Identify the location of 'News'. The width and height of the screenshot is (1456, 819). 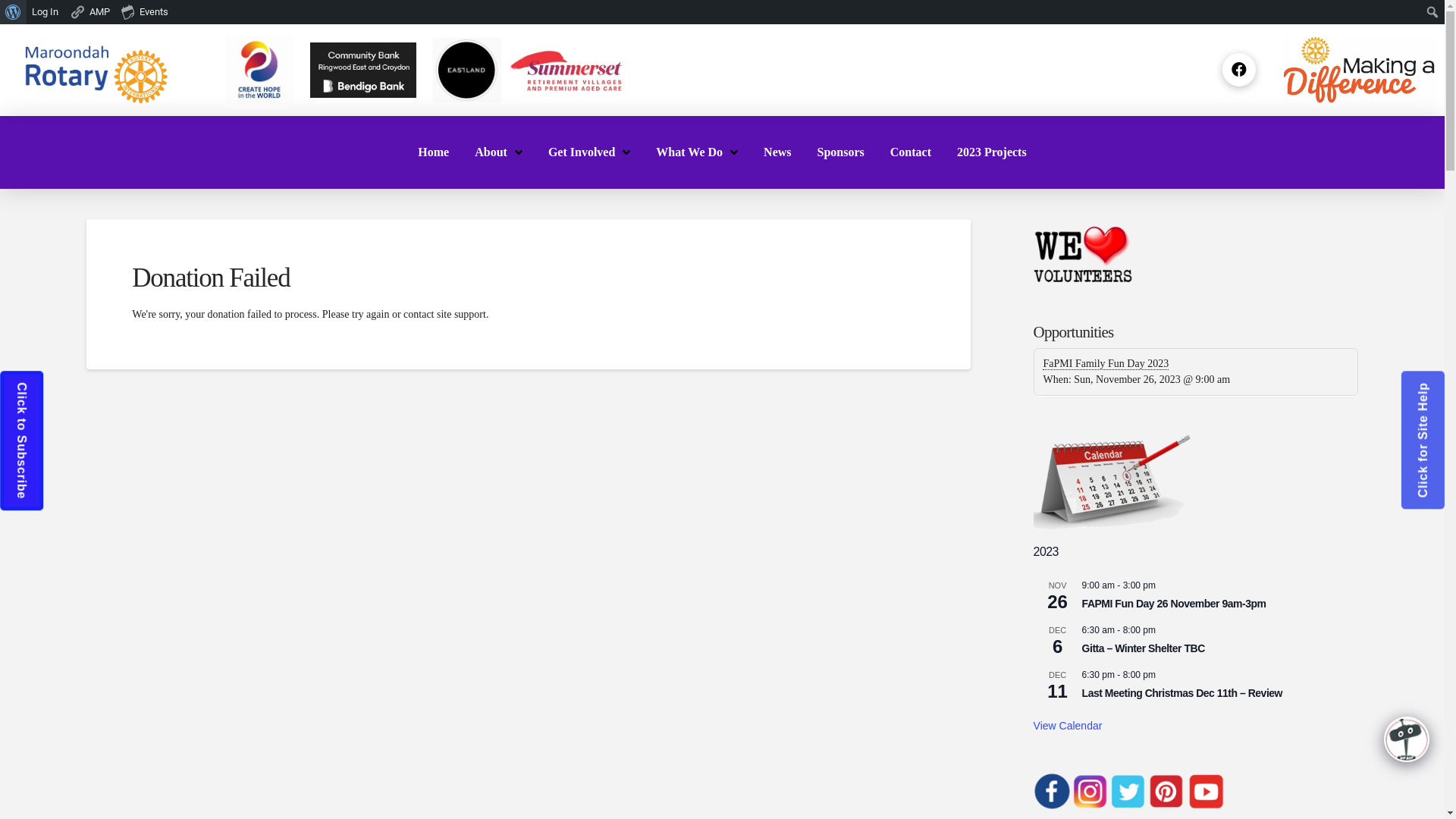
(750, 152).